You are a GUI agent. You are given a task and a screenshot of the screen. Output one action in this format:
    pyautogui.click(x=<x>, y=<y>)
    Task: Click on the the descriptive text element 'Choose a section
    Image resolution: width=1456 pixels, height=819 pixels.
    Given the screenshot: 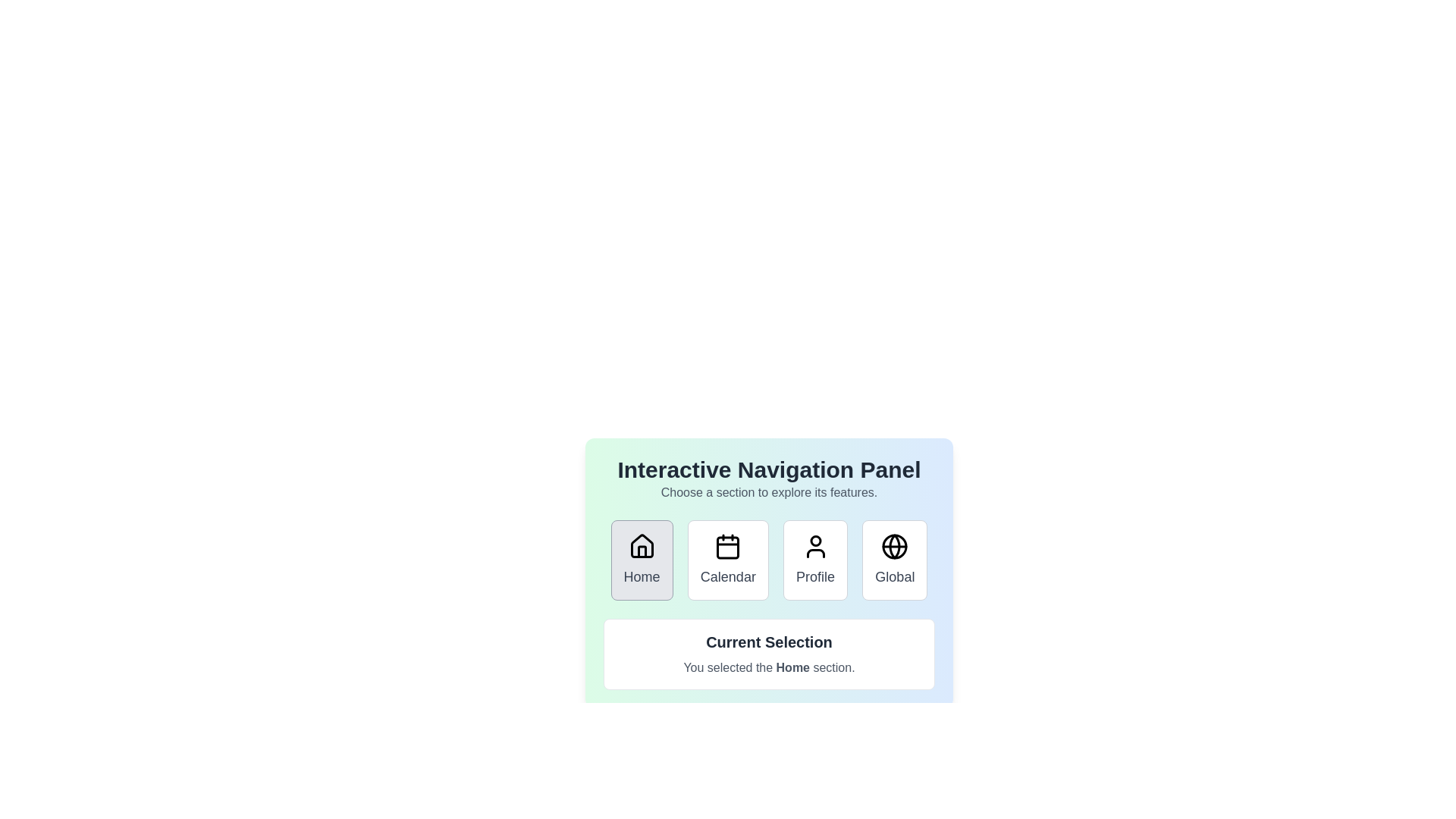 What is the action you would take?
    pyautogui.click(x=769, y=493)
    